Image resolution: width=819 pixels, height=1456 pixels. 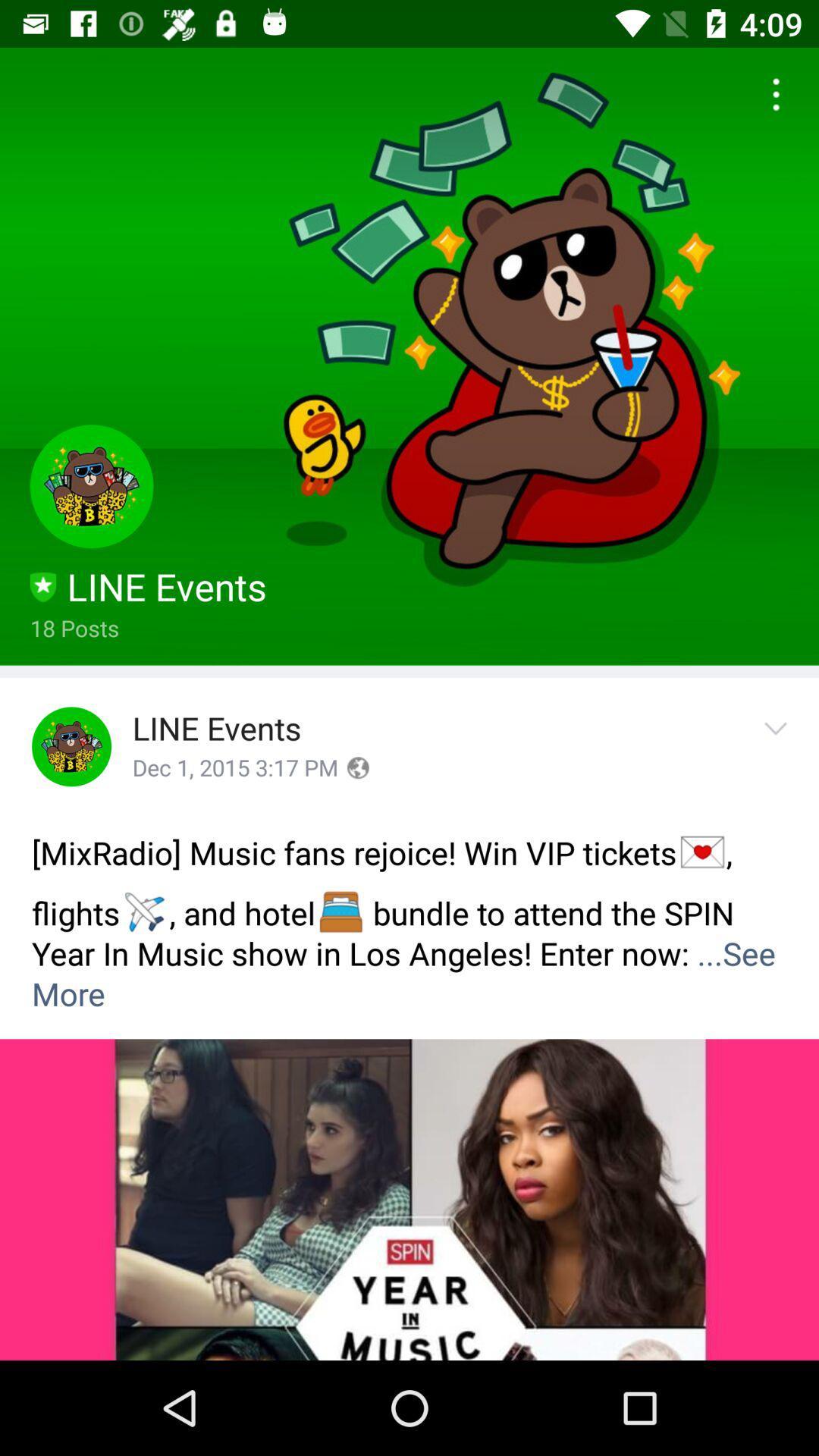 I want to click on the text top right corner, so click(x=771, y=94).